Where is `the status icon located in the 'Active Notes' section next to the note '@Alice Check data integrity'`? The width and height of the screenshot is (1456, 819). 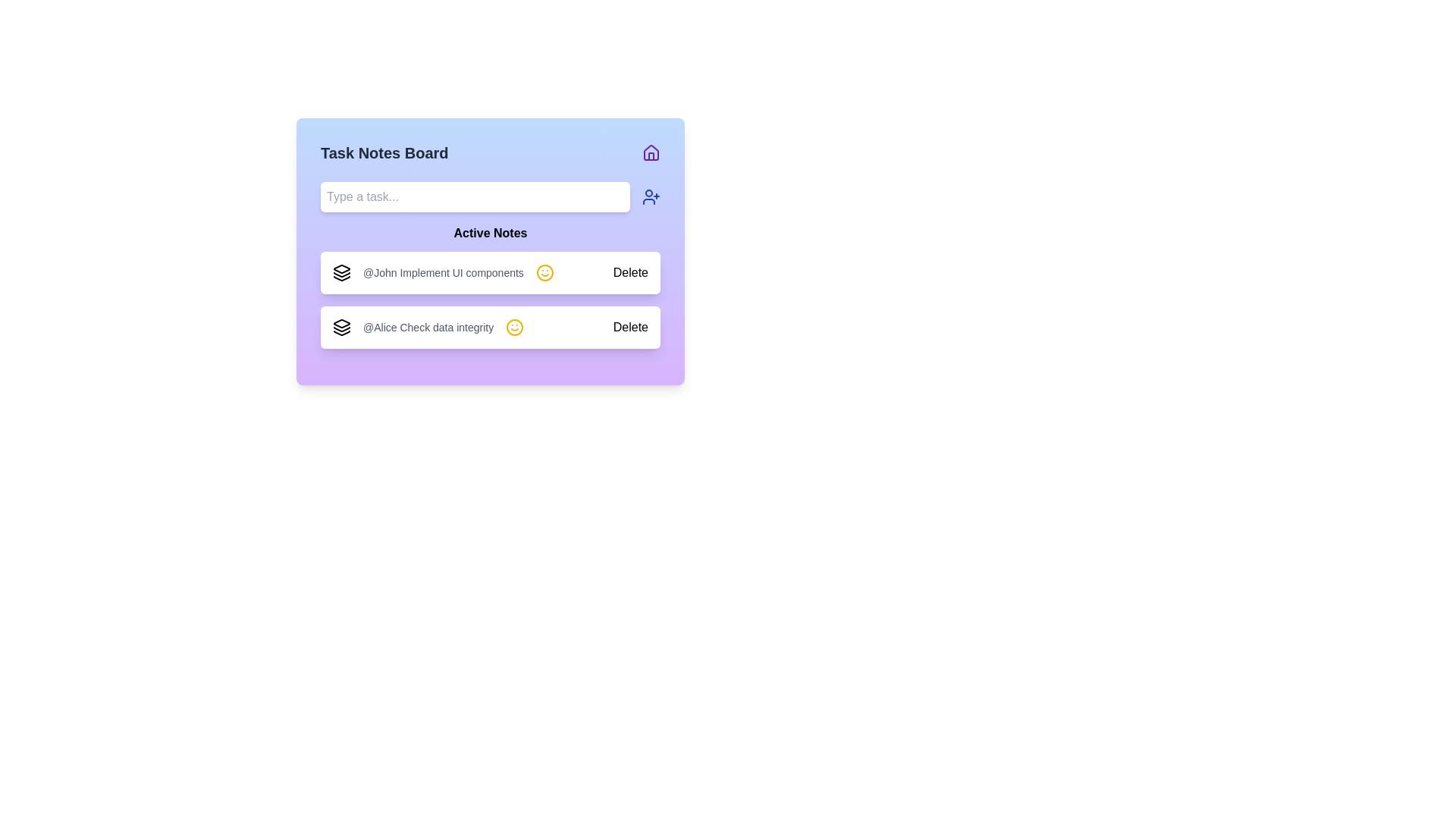 the status icon located in the 'Active Notes' section next to the note '@Alice Check data integrity' is located at coordinates (515, 327).